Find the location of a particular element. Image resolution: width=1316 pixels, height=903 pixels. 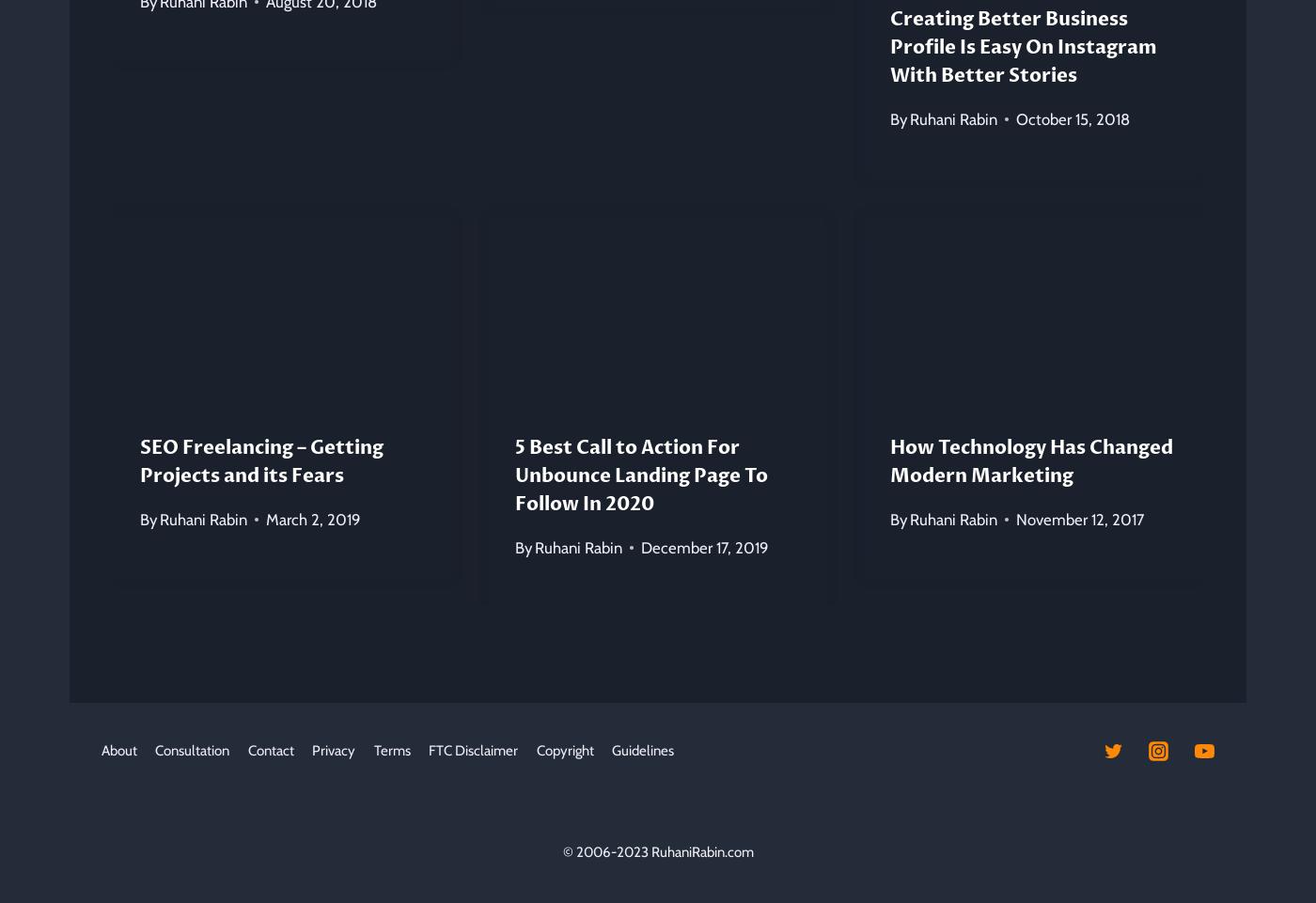

'FTC Disclaimer' is located at coordinates (472, 749).